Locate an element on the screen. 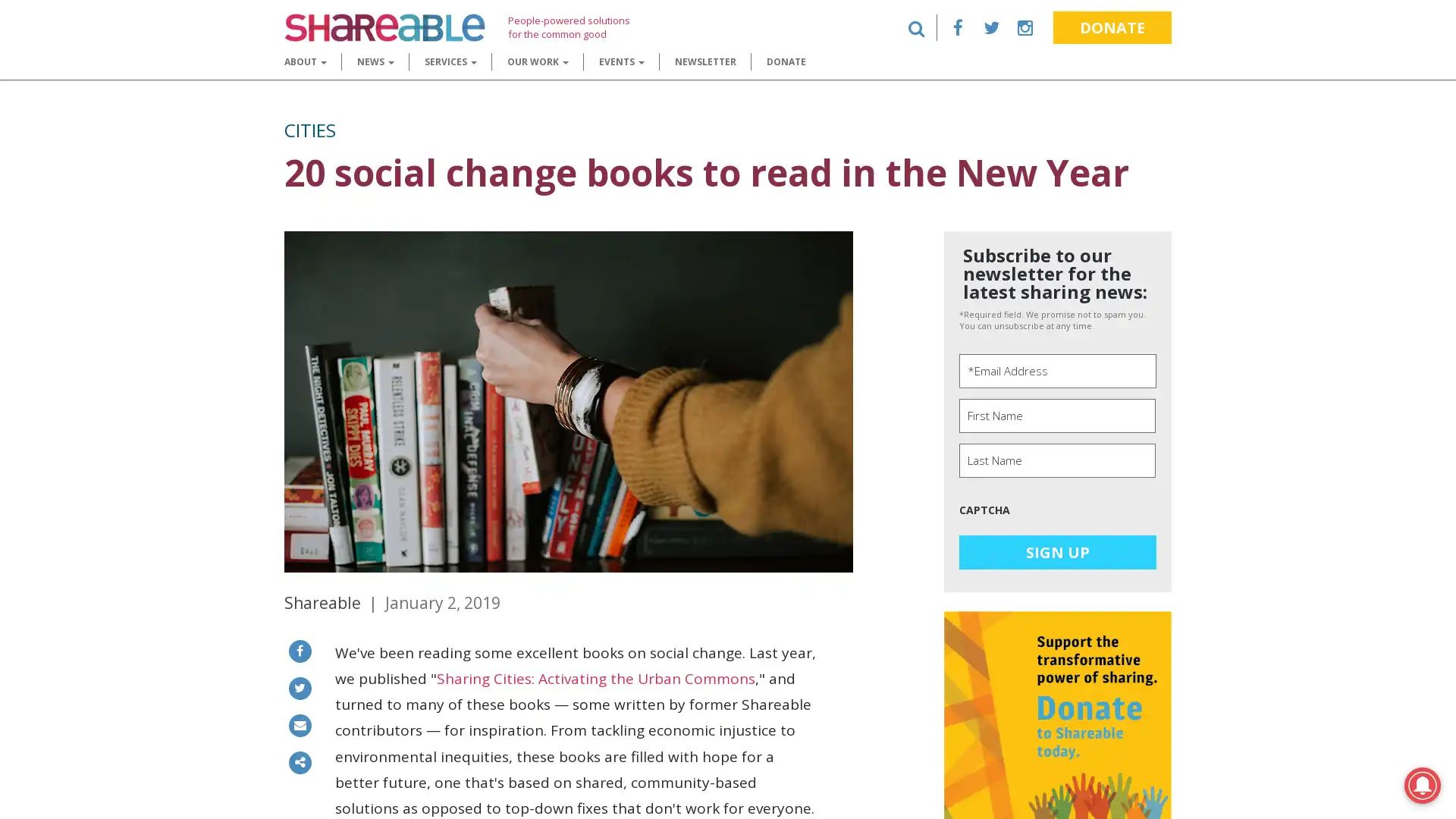  Sign Up is located at coordinates (1057, 551).